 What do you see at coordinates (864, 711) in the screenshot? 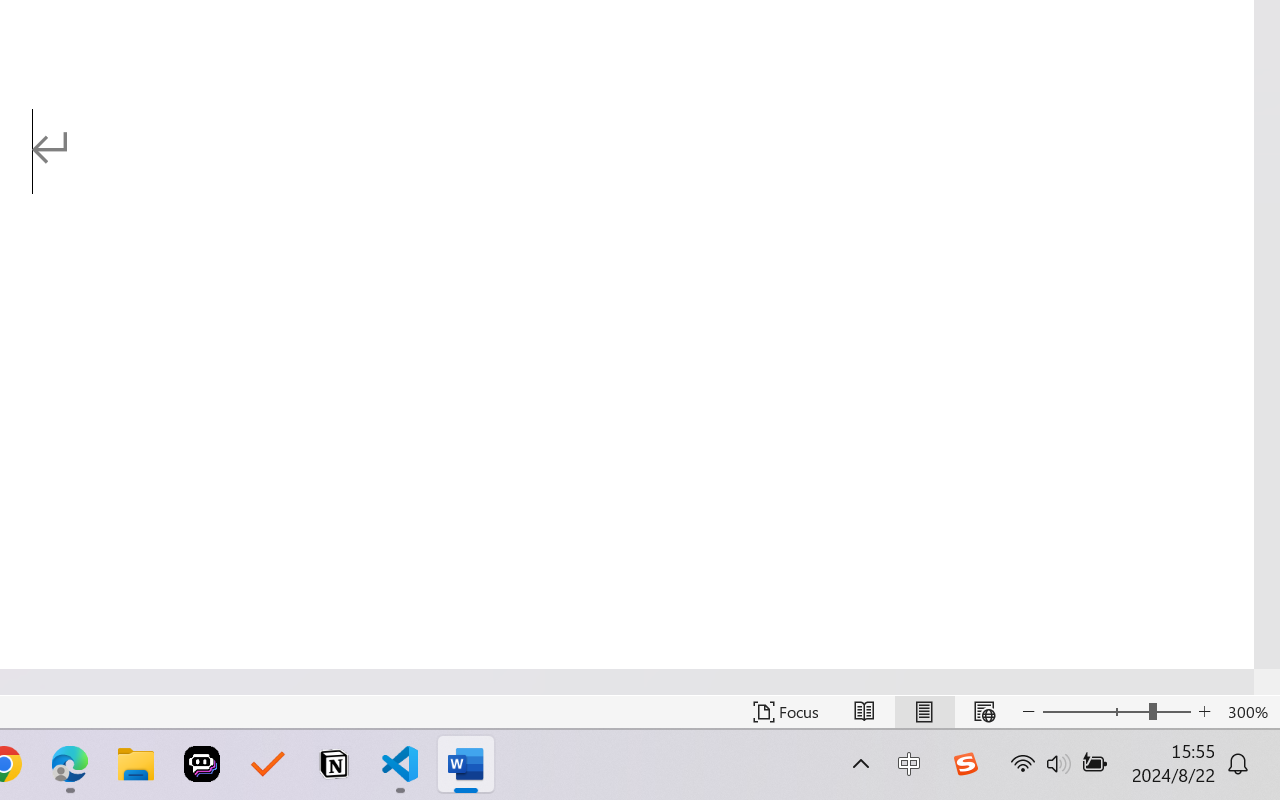
I see `'Read Mode'` at bounding box center [864, 711].